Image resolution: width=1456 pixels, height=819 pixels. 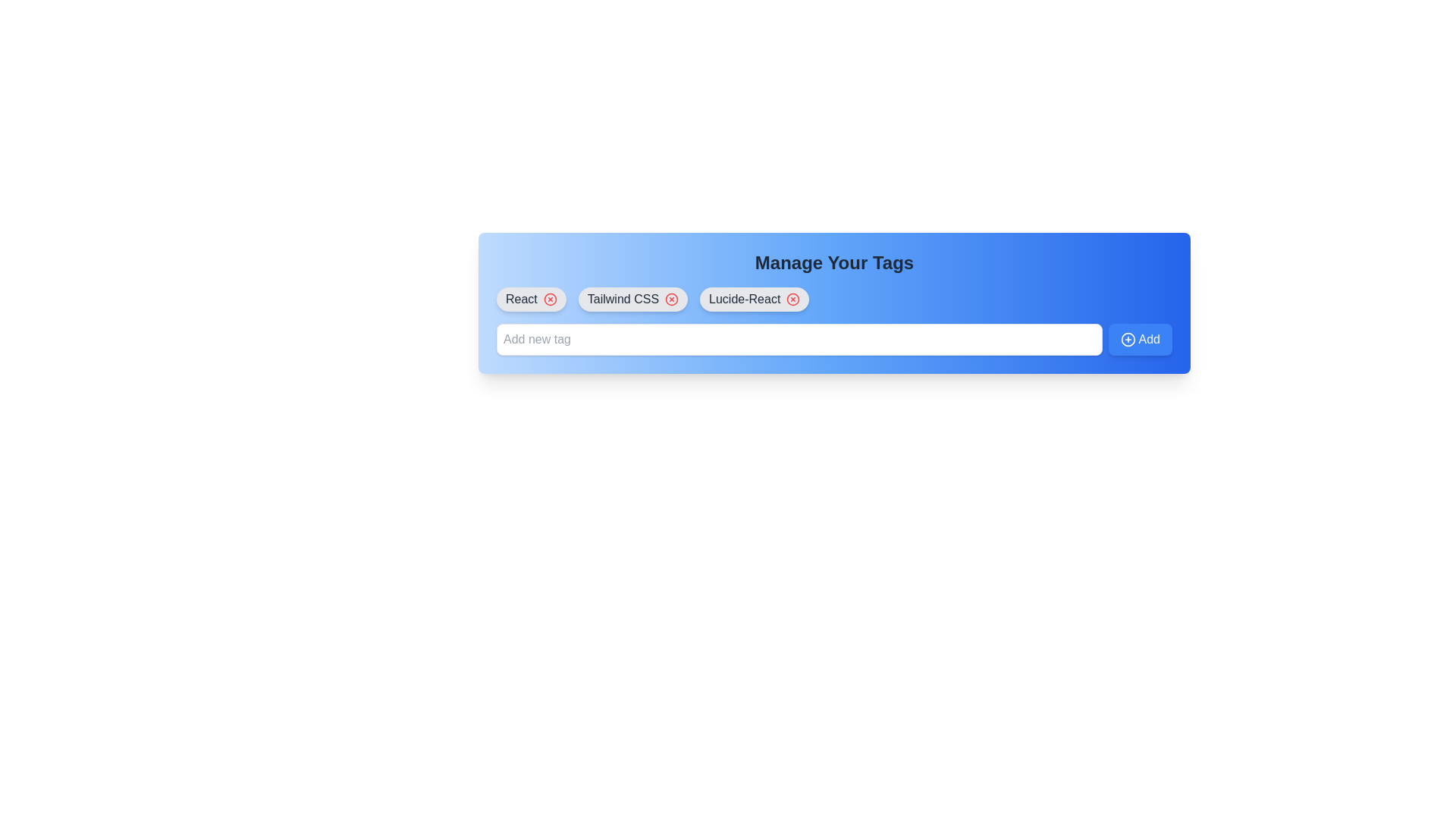 I want to click on the red 'X' icon on the second tag labeled 'Tailwind CSS', so click(x=633, y=299).